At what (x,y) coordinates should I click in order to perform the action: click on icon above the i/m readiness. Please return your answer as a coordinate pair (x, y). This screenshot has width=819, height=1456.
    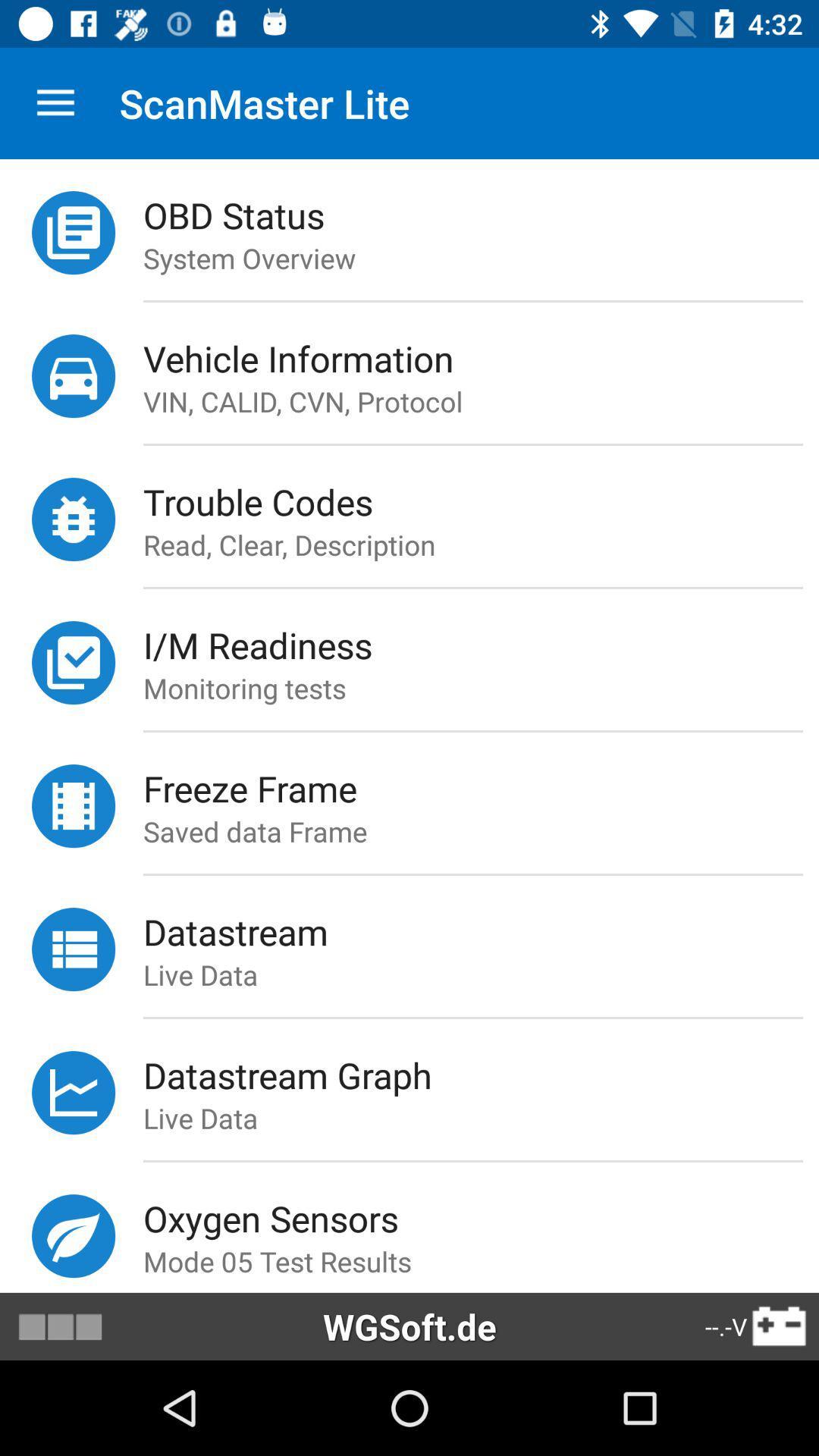
    Looking at the image, I should click on (472, 587).